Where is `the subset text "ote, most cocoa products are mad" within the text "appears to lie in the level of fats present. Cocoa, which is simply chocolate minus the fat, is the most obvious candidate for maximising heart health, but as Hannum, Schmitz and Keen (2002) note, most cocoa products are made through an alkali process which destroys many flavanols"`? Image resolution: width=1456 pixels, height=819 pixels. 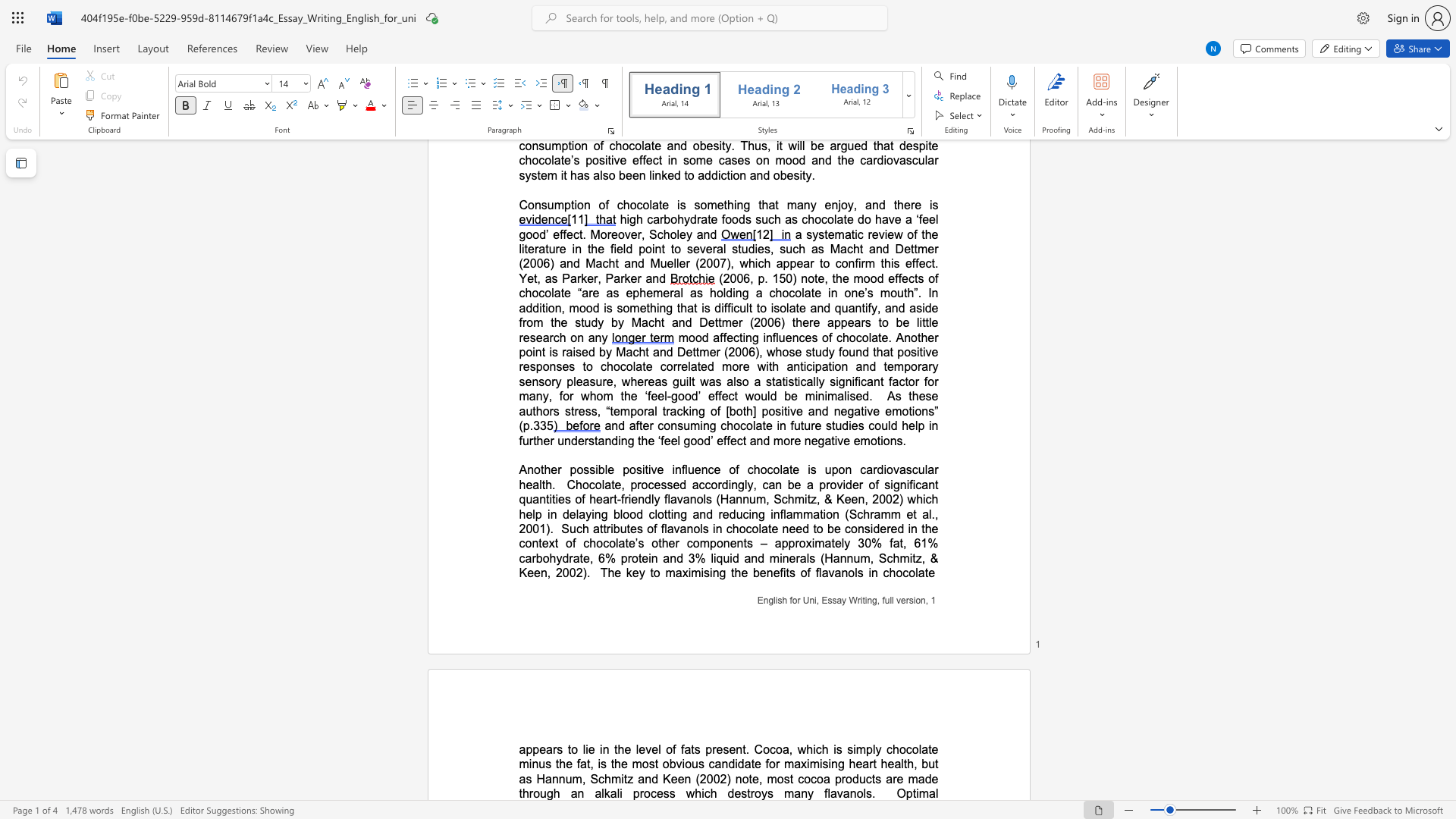
the subset text "ote, most cocoa products are mad" within the text "appears to lie in the level of fats present. Cocoa, which is simply chocolate minus the fat, is the most obvious candidate for maximising heart health, but as Hannum, Schmitz and Keen (2002) note, most cocoa products are made through an alkali process which destroys many flavanols" is located at coordinates (742, 779).